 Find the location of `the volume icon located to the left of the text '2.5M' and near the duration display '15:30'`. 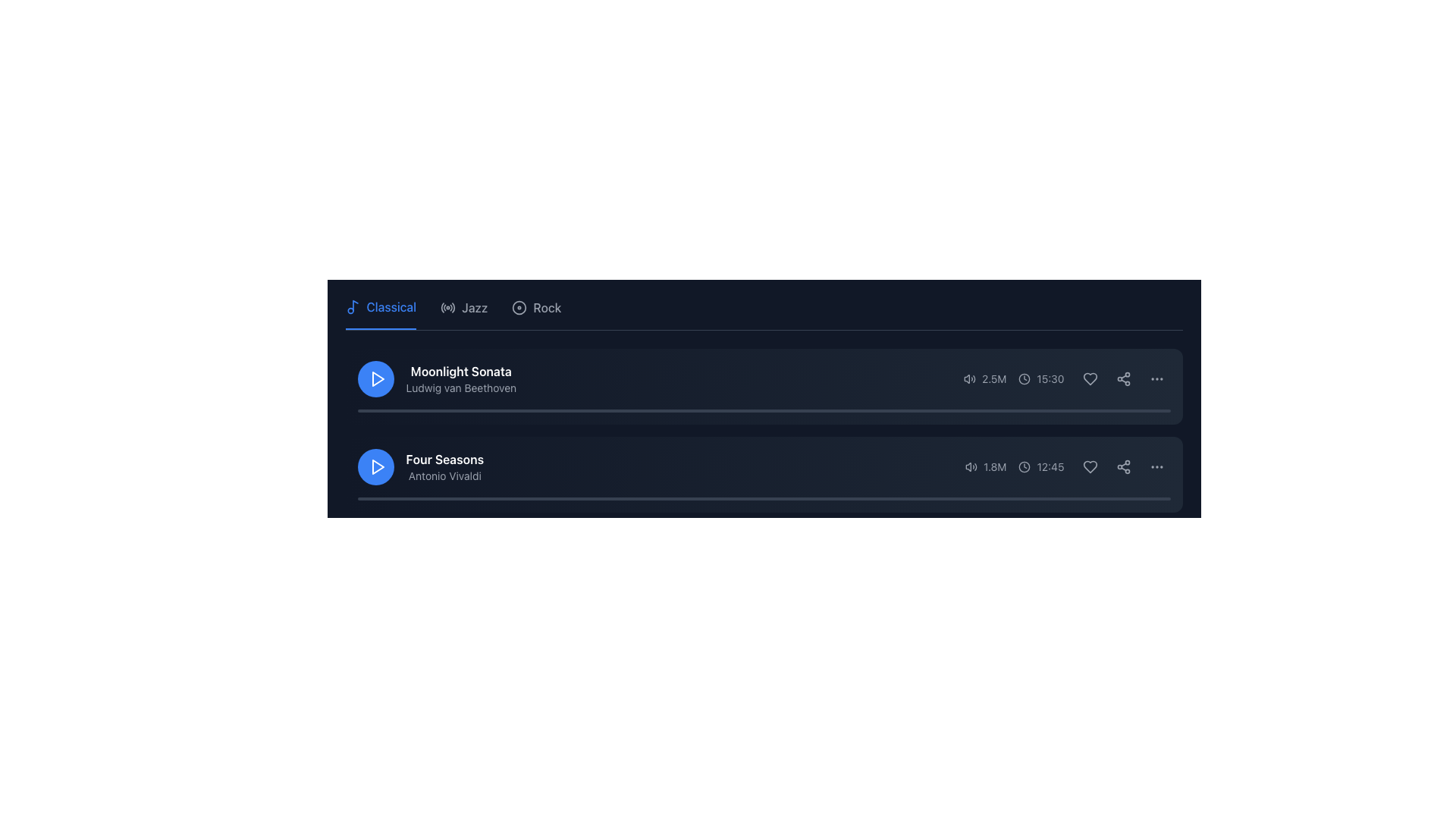

the volume icon located to the left of the text '2.5M' and near the duration display '15:30' is located at coordinates (969, 378).